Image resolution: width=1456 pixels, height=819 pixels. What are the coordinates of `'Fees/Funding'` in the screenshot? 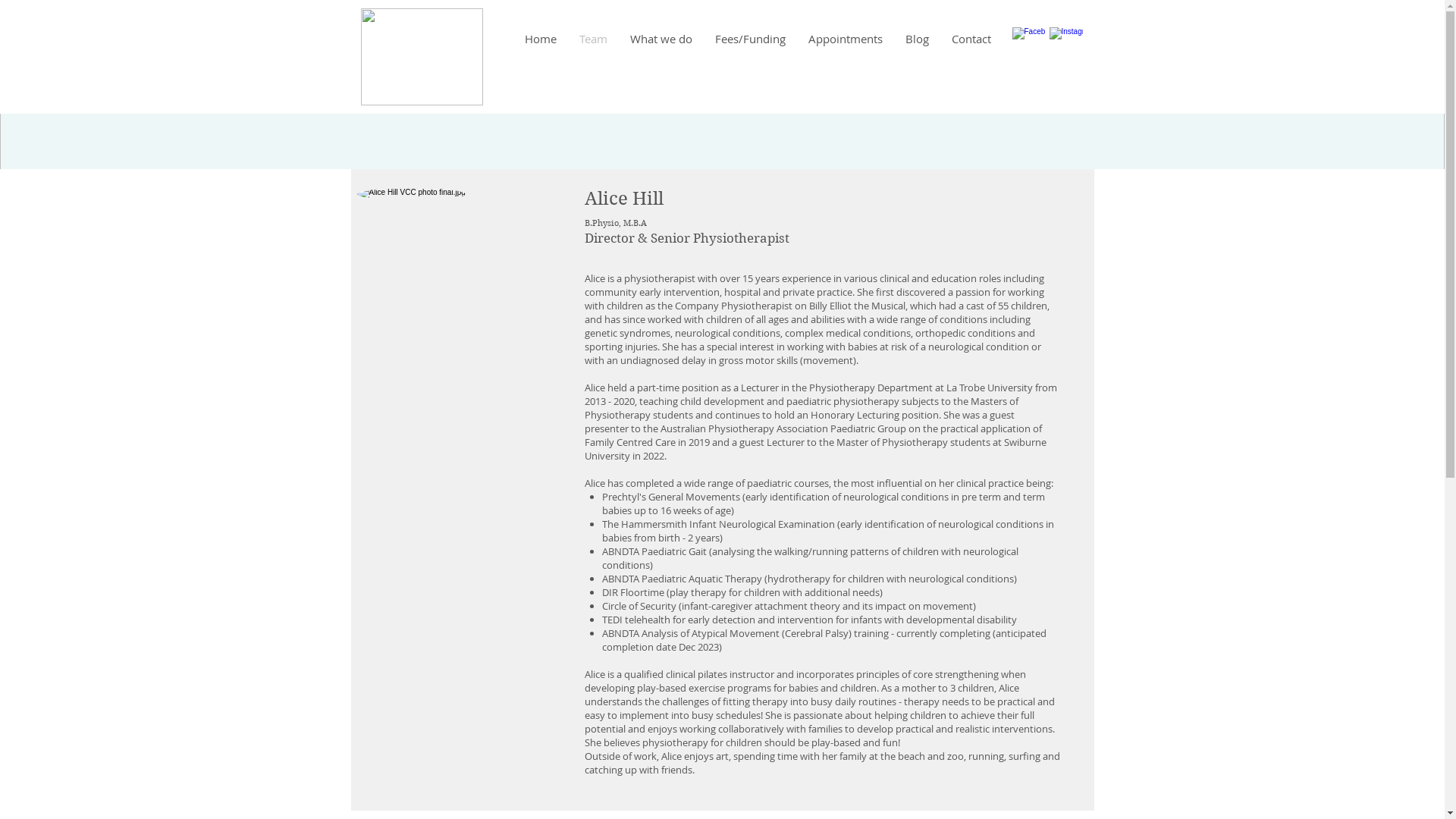 It's located at (750, 37).